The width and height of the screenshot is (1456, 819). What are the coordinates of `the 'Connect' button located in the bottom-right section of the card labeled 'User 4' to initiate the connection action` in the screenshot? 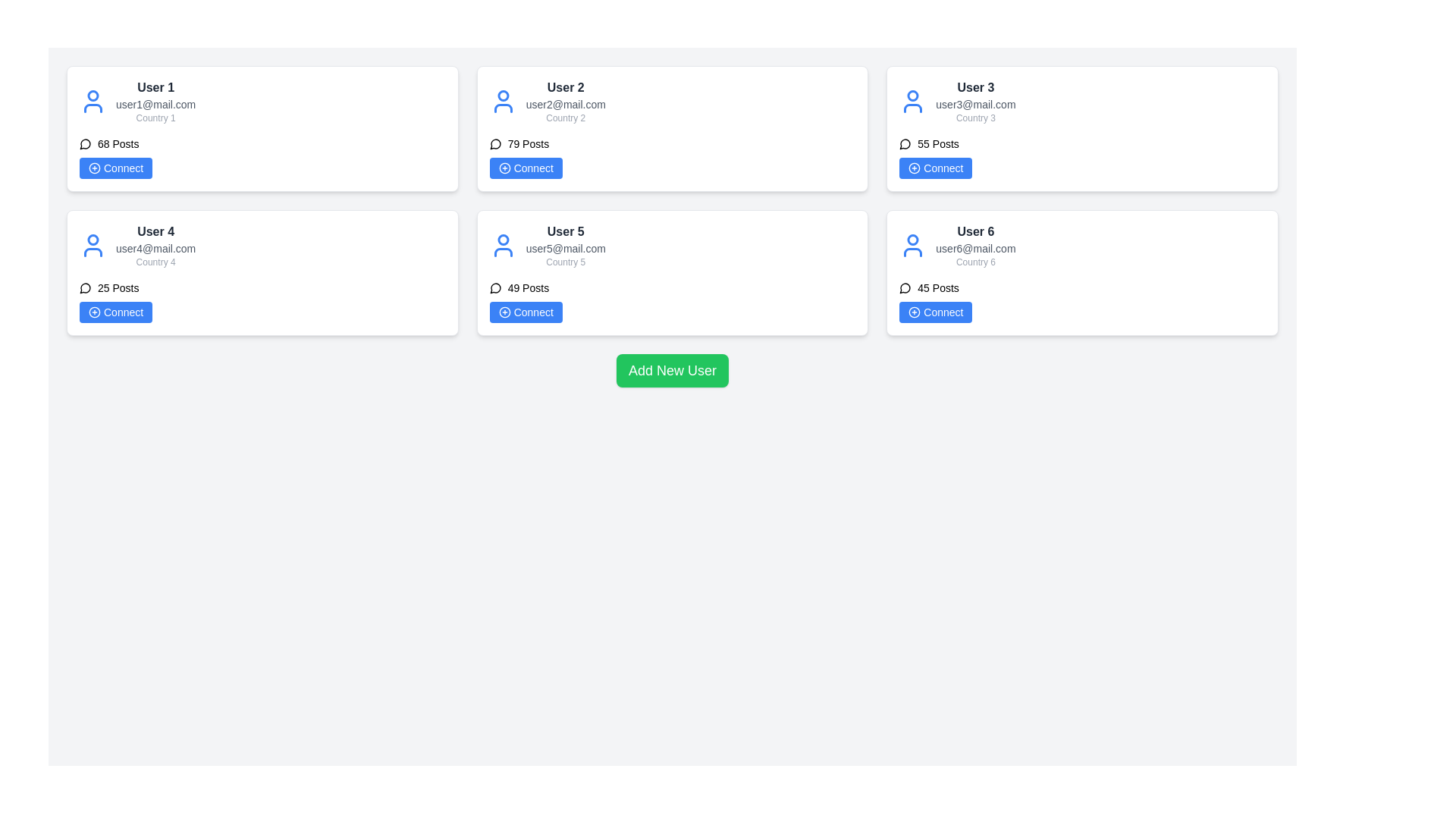 It's located at (115, 312).